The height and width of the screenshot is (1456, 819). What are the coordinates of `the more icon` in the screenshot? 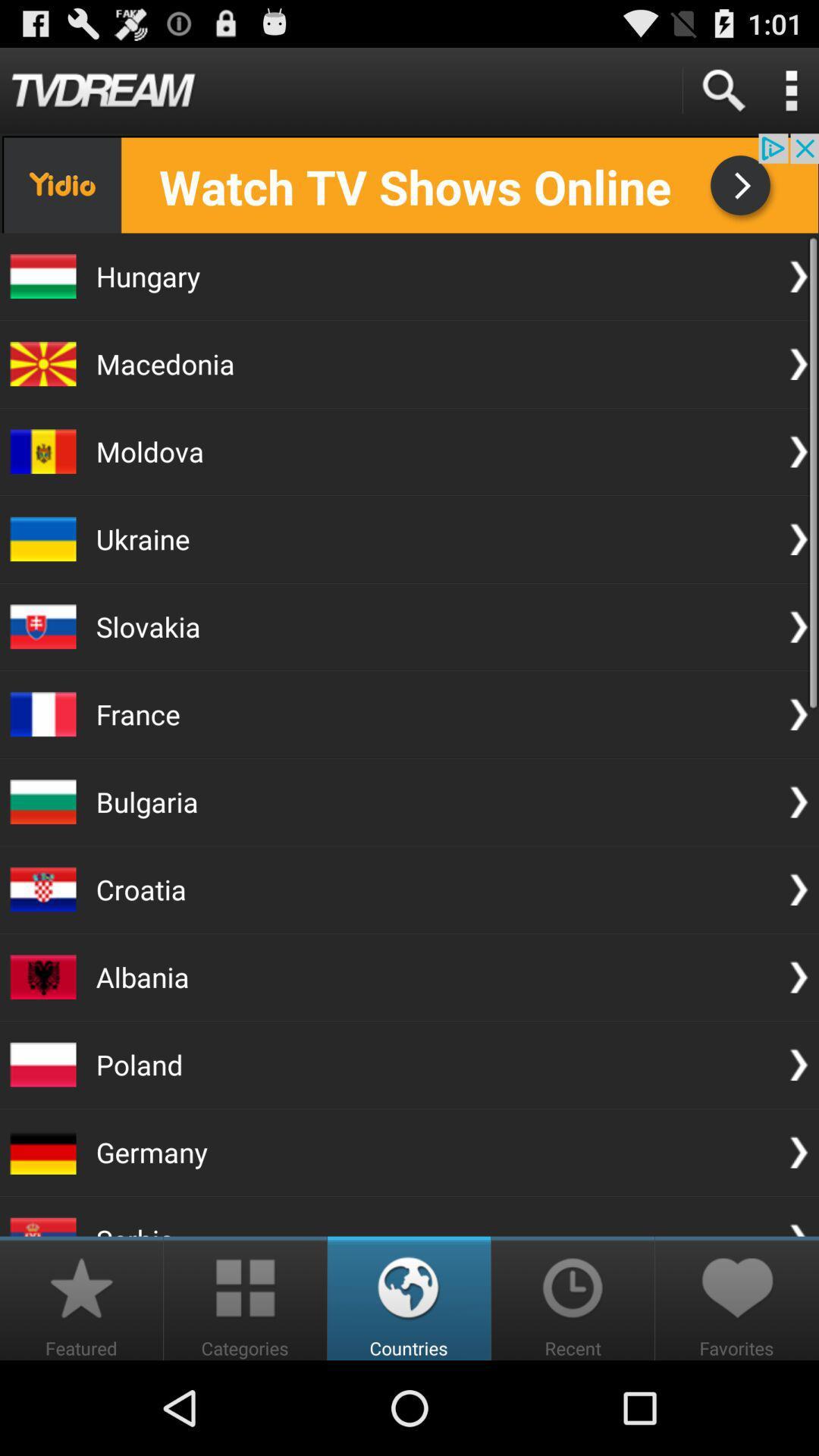 It's located at (790, 96).